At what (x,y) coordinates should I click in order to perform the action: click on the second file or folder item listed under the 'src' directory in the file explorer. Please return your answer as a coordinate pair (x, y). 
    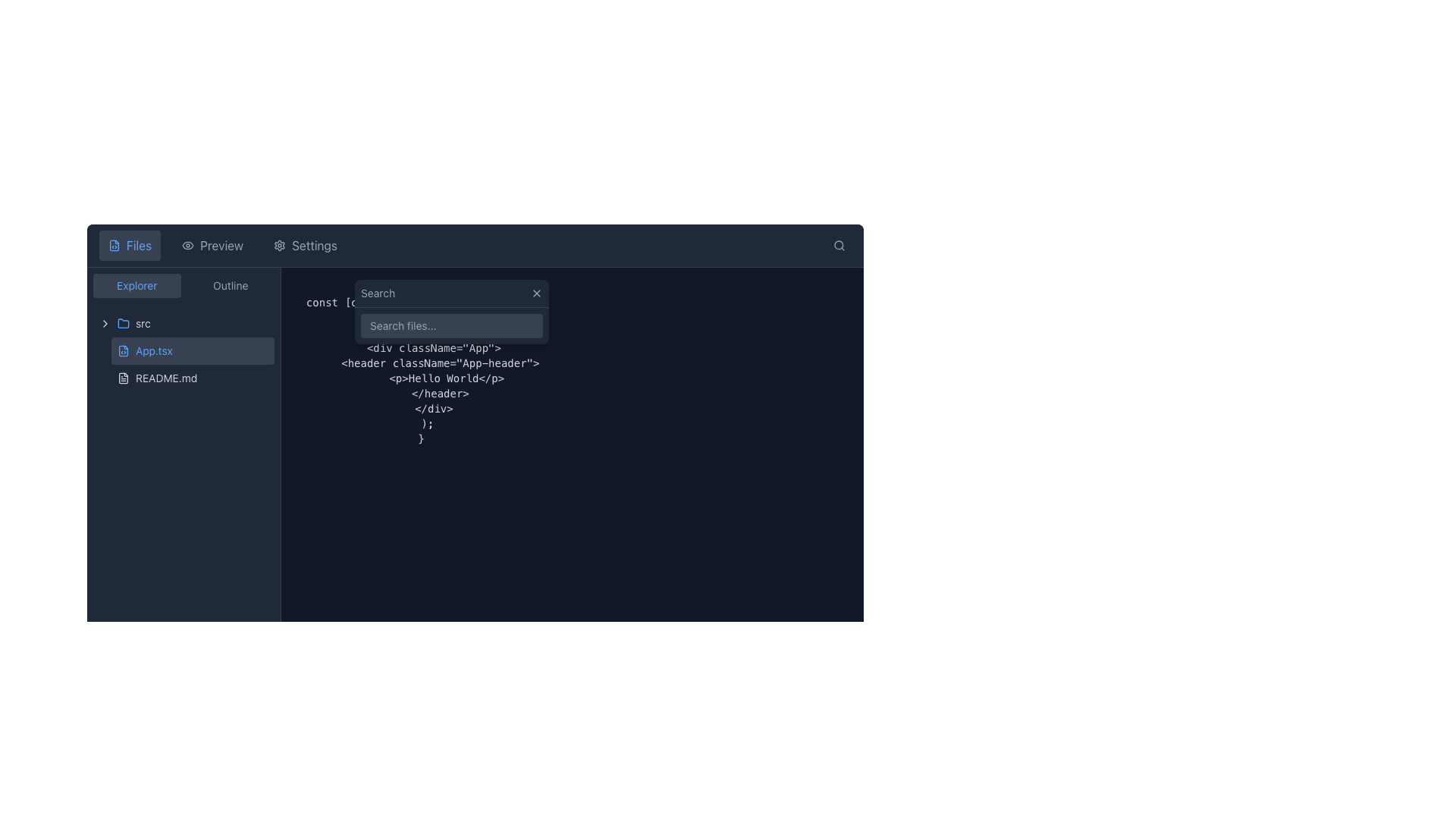
    Looking at the image, I should click on (192, 365).